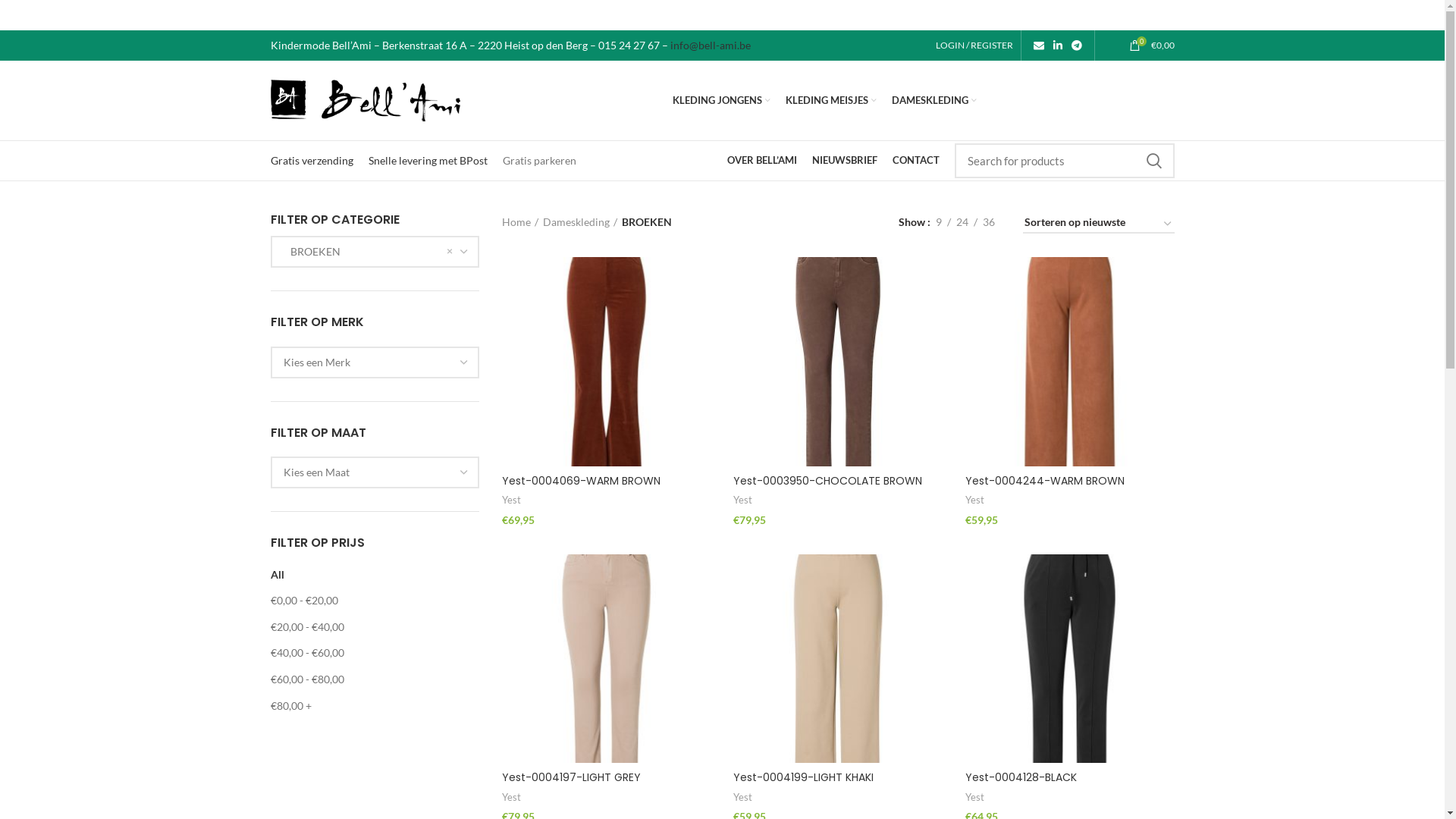  I want to click on 'Yest-0004128-BLACK', so click(1021, 777).